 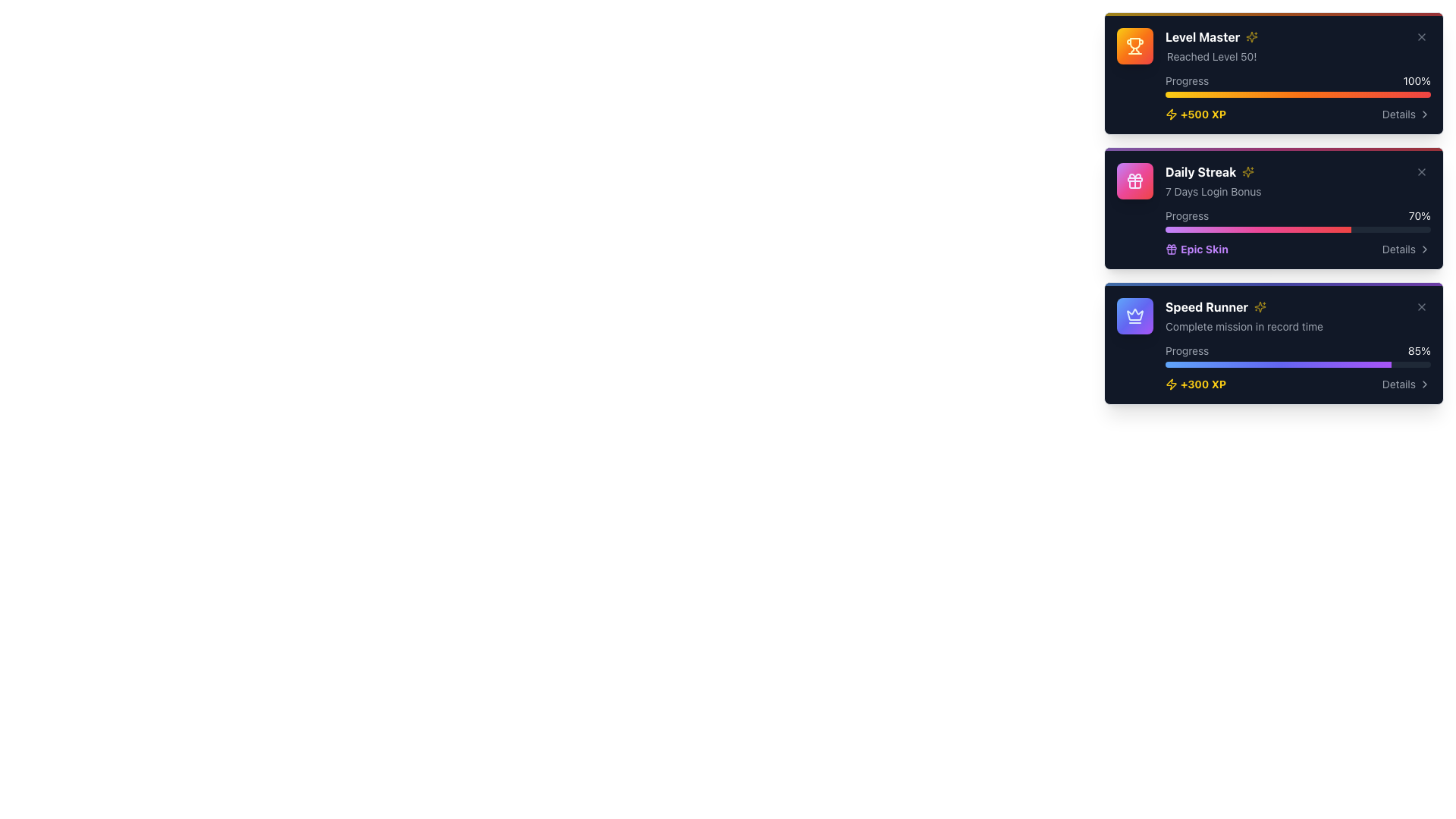 What do you see at coordinates (1171, 383) in the screenshot?
I see `the small lightning icon with a bold yellow outline, which is located next to the '+300 XP' label in the 'Speed Runner' achievement row` at bounding box center [1171, 383].